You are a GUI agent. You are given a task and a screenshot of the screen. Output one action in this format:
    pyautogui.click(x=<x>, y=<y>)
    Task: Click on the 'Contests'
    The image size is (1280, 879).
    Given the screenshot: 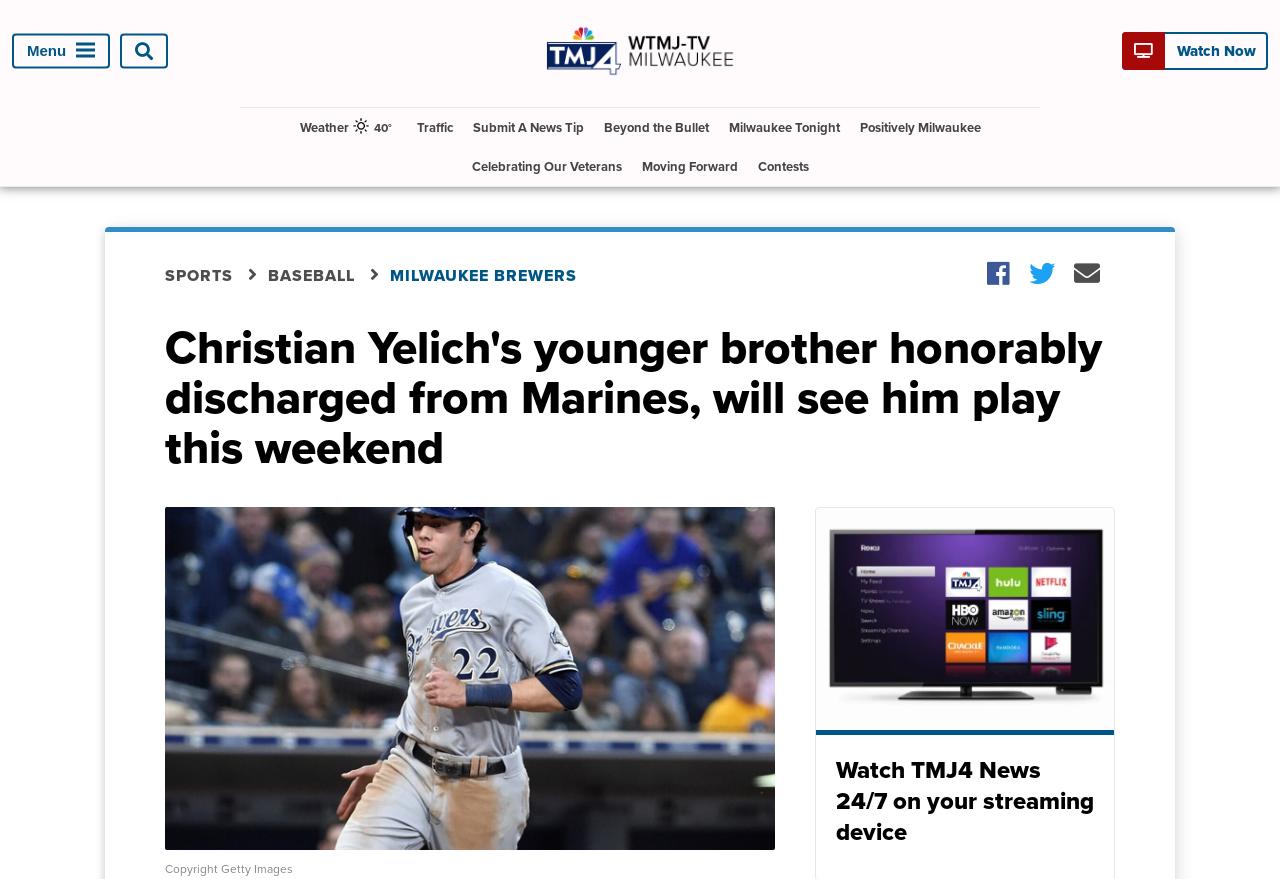 What is the action you would take?
    pyautogui.click(x=781, y=164)
    